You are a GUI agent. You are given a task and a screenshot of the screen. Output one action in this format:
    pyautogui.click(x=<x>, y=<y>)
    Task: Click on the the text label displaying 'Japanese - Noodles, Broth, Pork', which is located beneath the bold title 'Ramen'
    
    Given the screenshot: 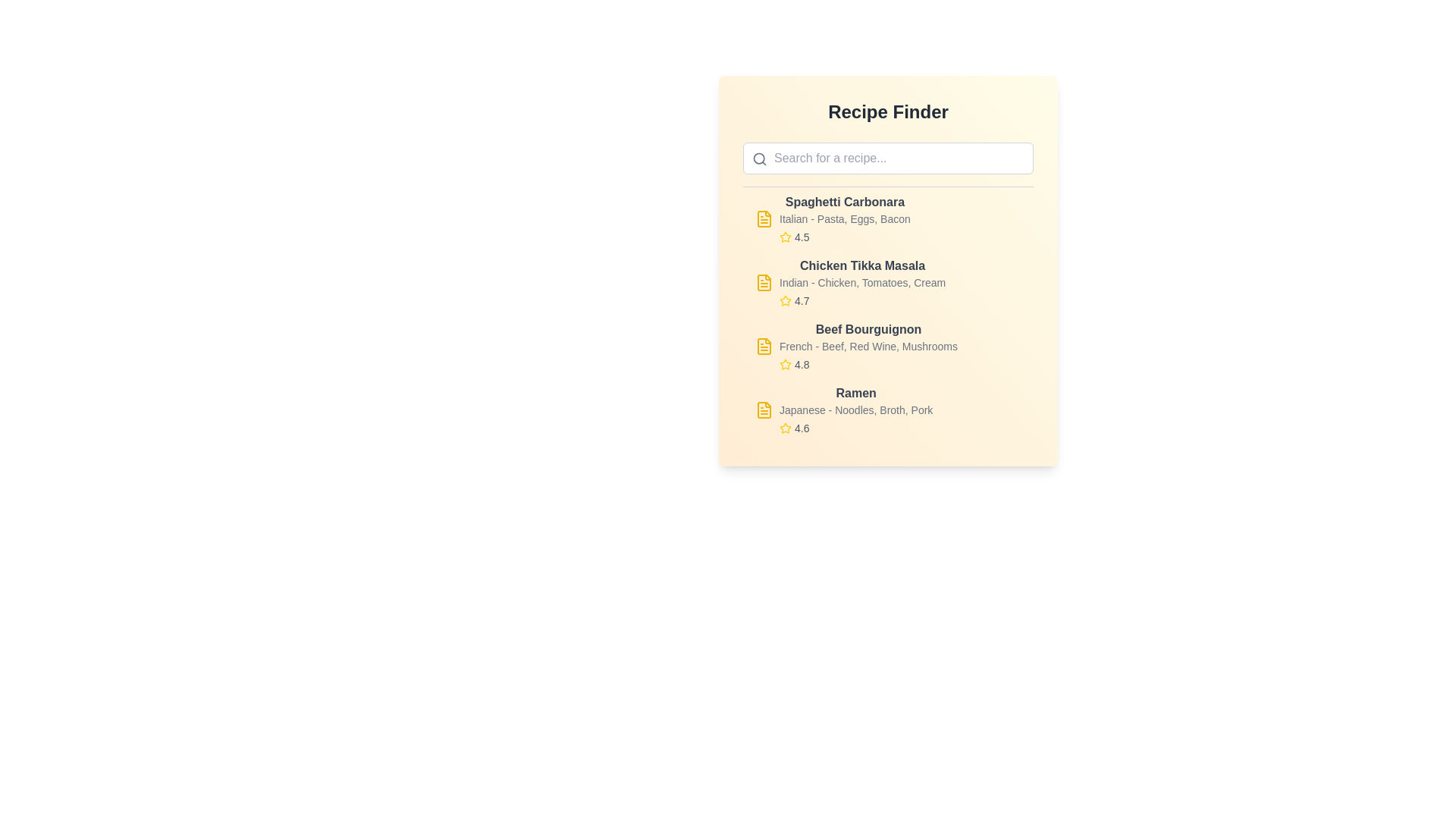 What is the action you would take?
    pyautogui.click(x=856, y=409)
    